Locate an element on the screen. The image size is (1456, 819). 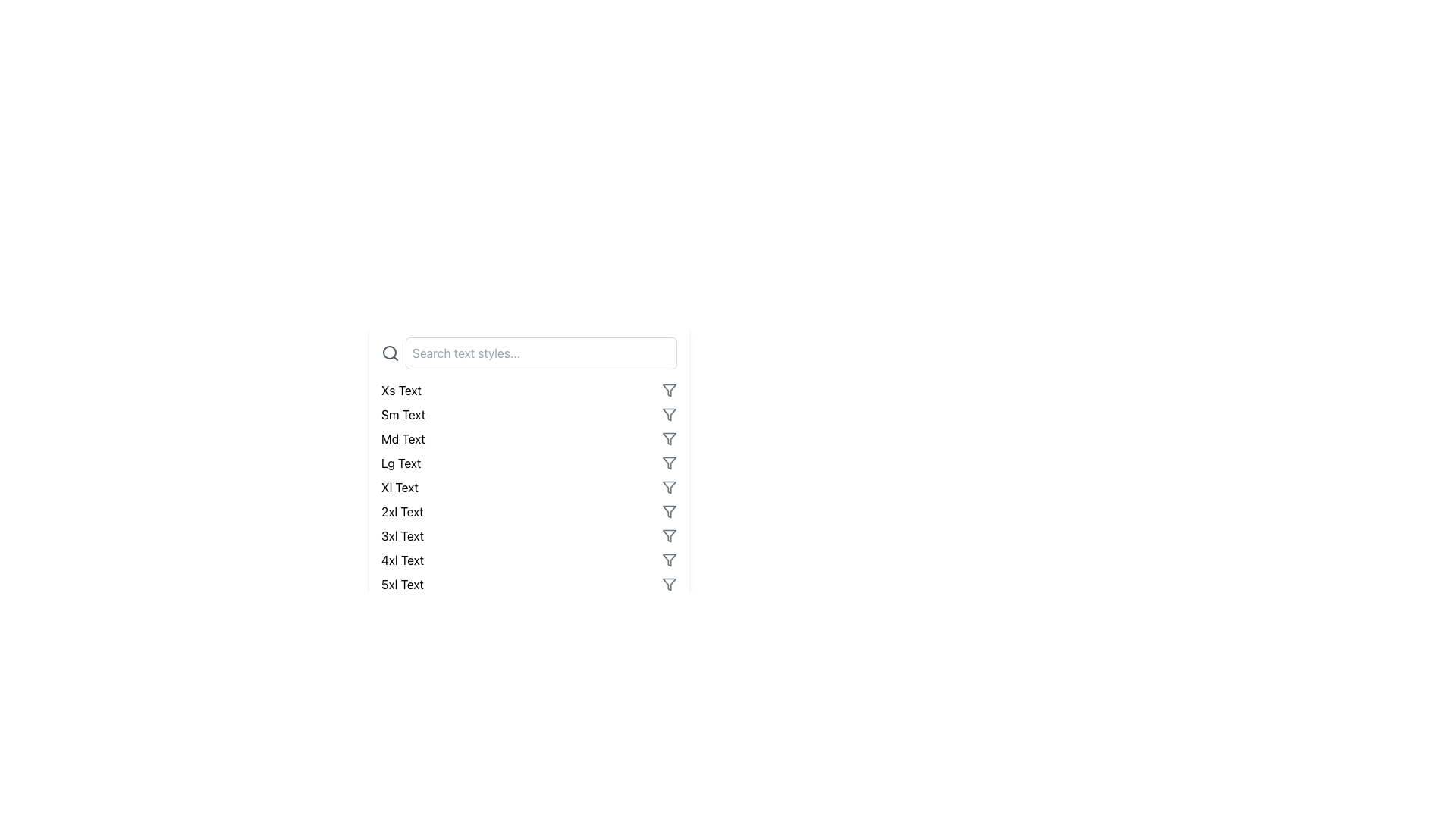
the Icon Button located on the right side of the 'Lg Text' item is located at coordinates (669, 462).